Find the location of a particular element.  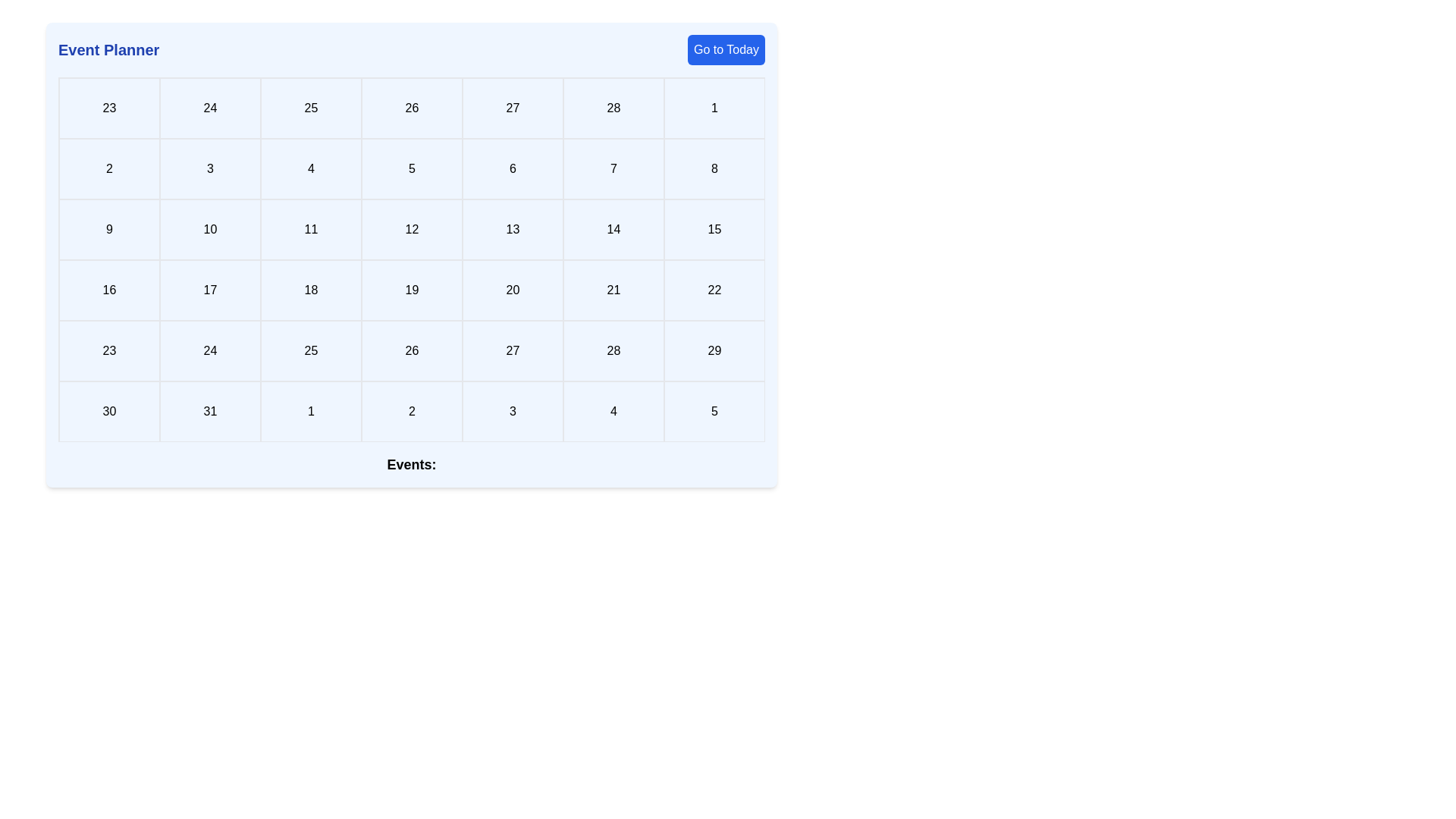

the Calendar Day Cell containing the number '19' with a light blue background is located at coordinates (412, 290).